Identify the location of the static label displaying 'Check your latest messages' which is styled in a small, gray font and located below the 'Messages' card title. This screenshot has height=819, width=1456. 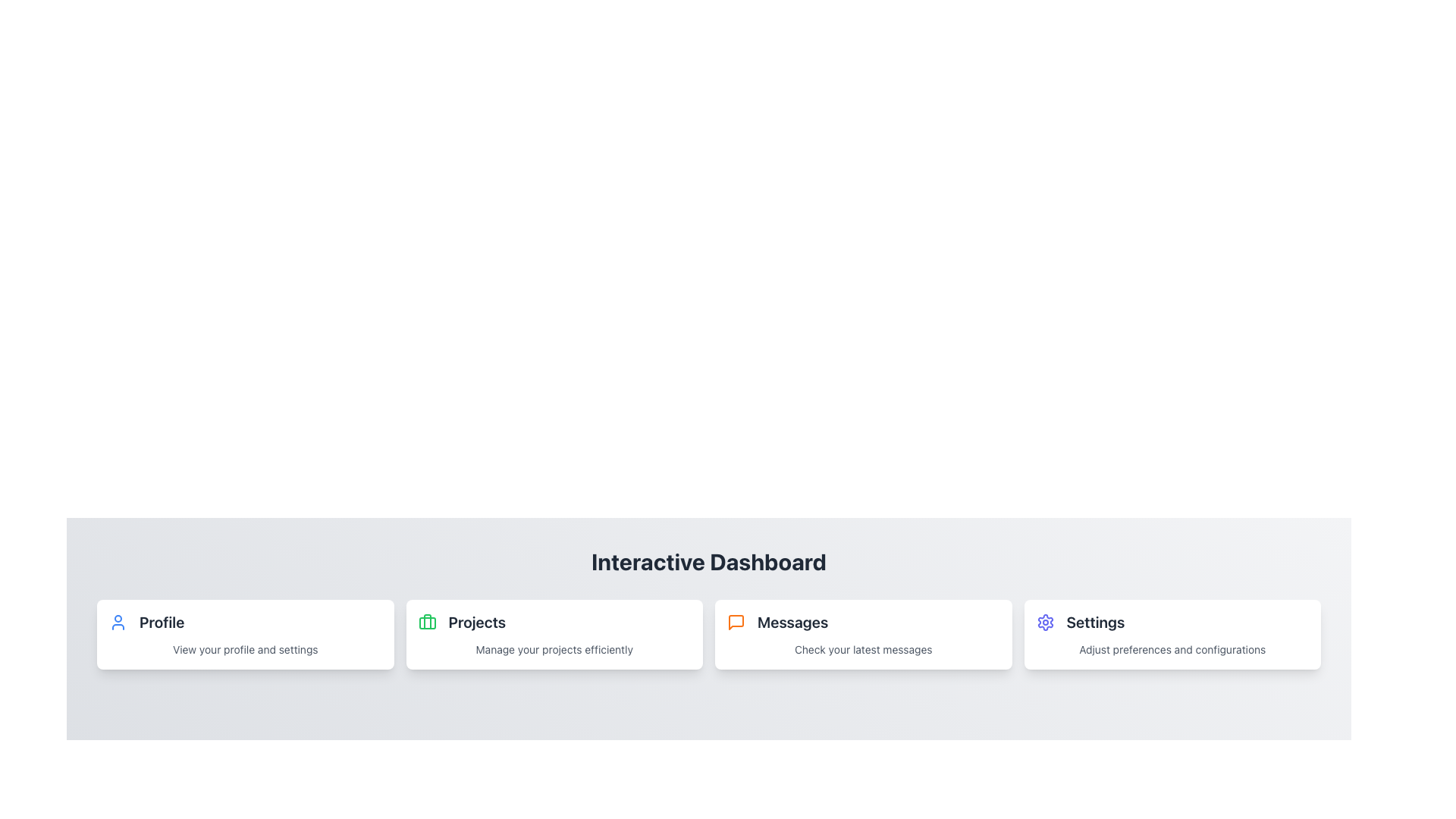
(863, 648).